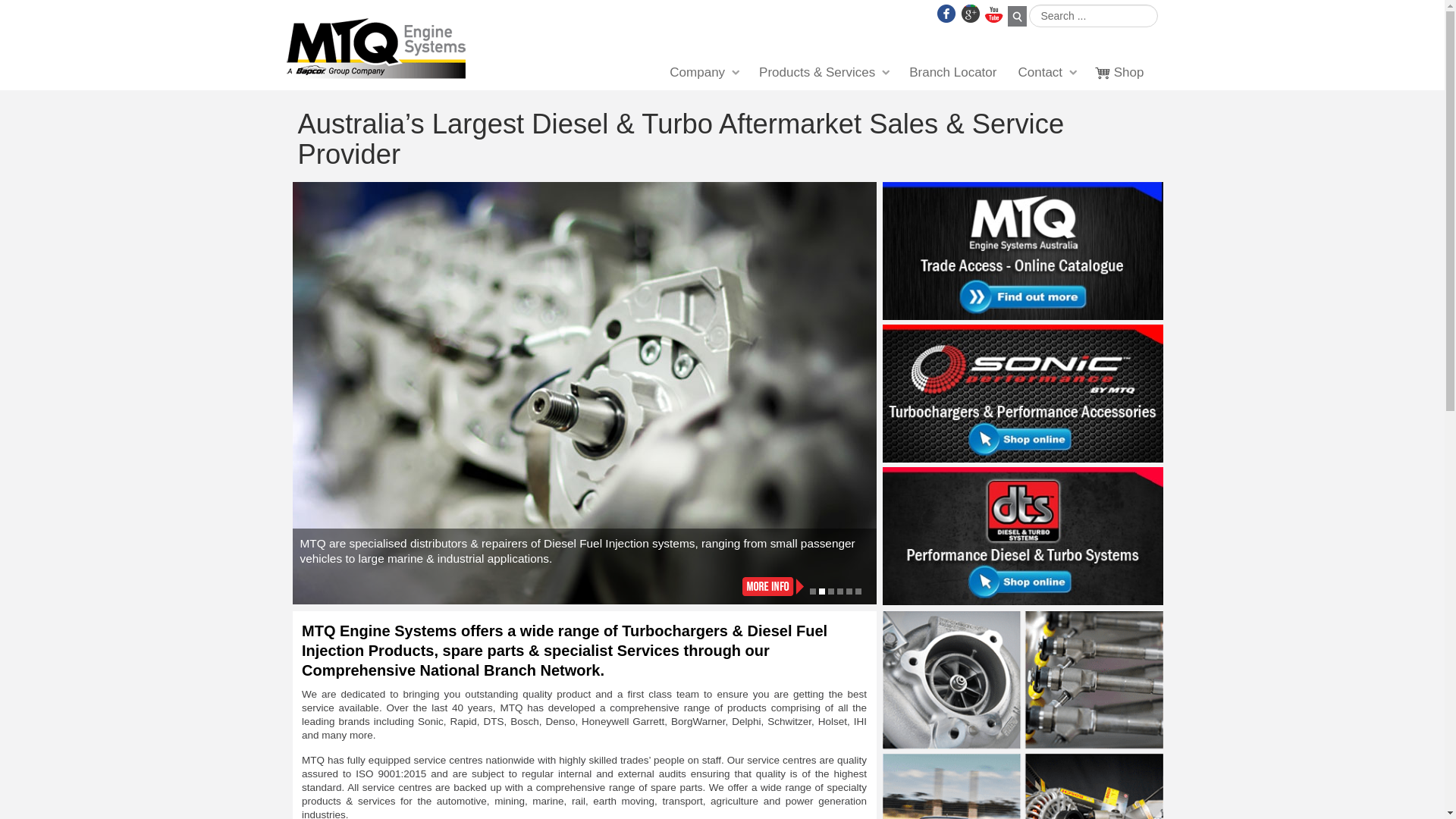 The height and width of the screenshot is (819, 1456). What do you see at coordinates (952, 73) in the screenshot?
I see `'Branch Locator'` at bounding box center [952, 73].